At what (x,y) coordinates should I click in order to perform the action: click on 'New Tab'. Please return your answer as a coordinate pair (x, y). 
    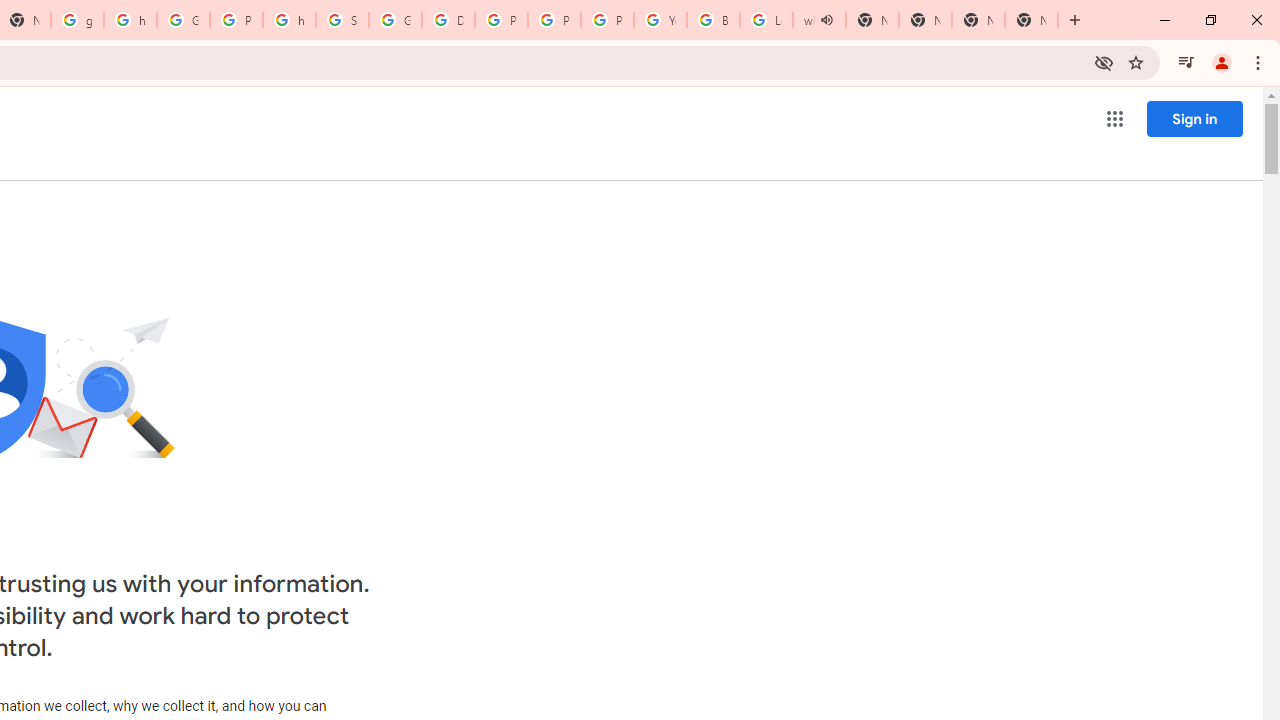
    Looking at the image, I should click on (978, 20).